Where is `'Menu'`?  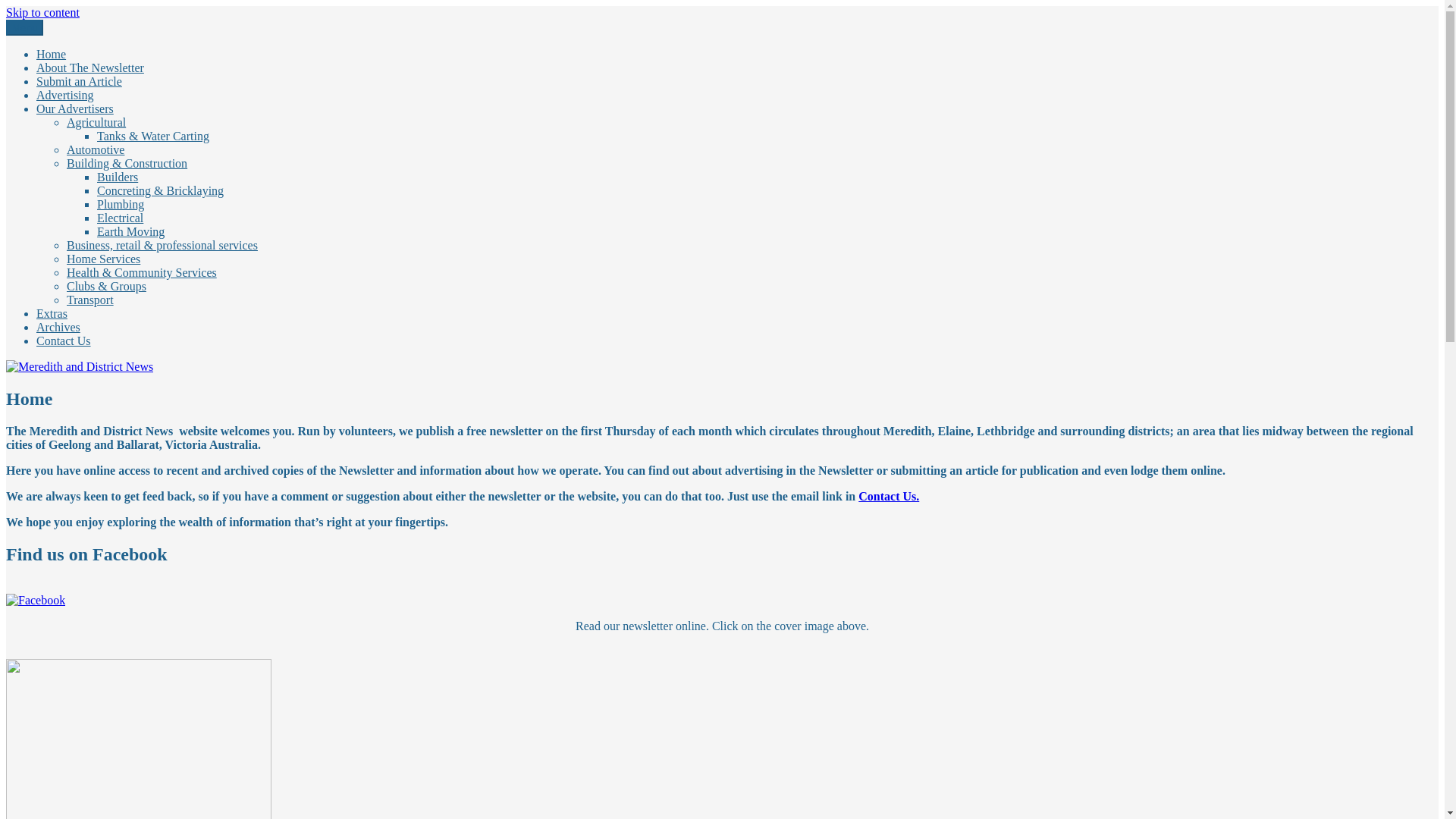
'Menu' is located at coordinates (6, 27).